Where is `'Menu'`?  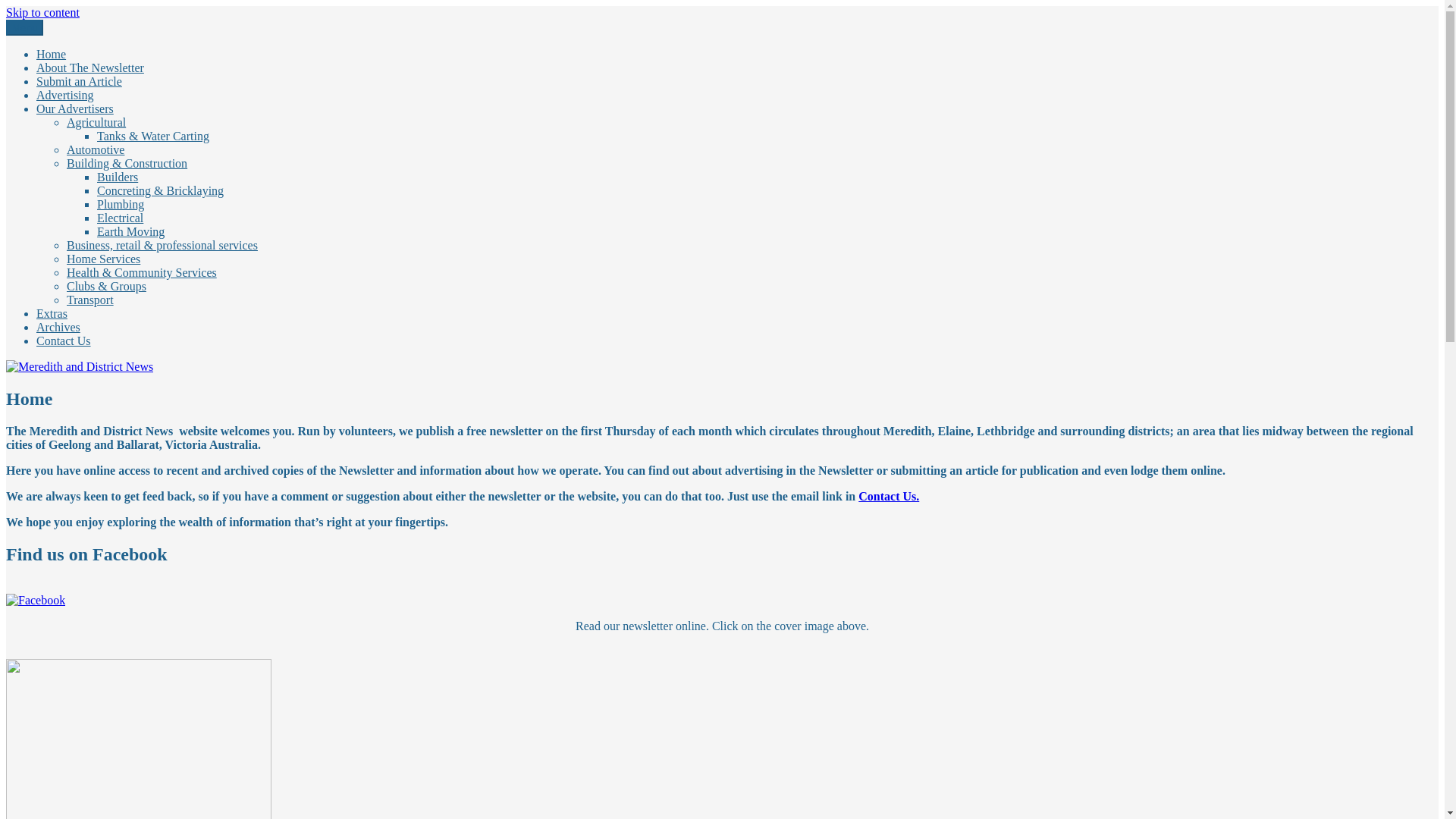
'Menu' is located at coordinates (6, 27).